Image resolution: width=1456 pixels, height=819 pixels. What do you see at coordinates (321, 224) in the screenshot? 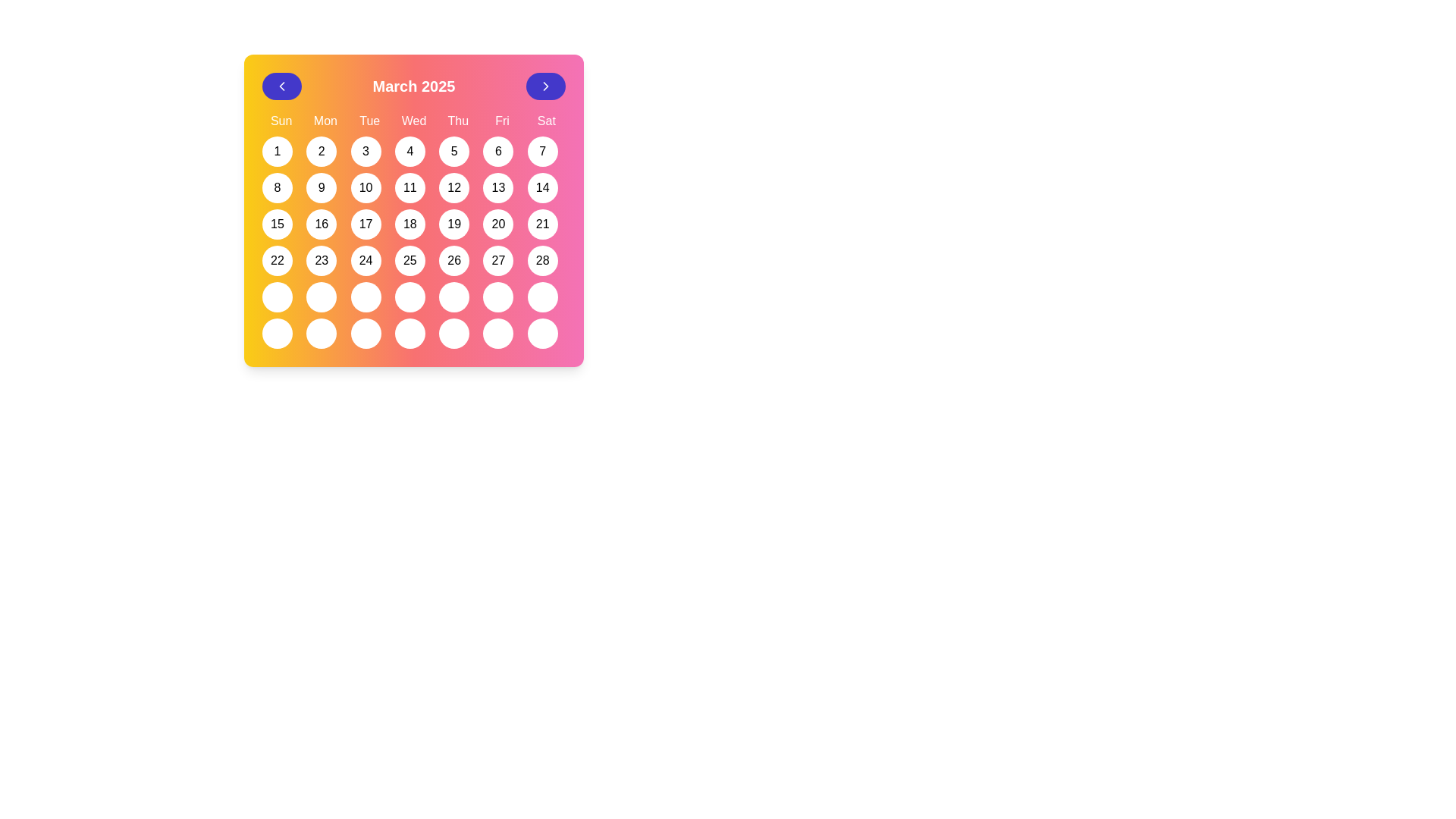
I see `the button representing the day '16' in the calendar under the 'Sun' column for the third week of the month` at bounding box center [321, 224].